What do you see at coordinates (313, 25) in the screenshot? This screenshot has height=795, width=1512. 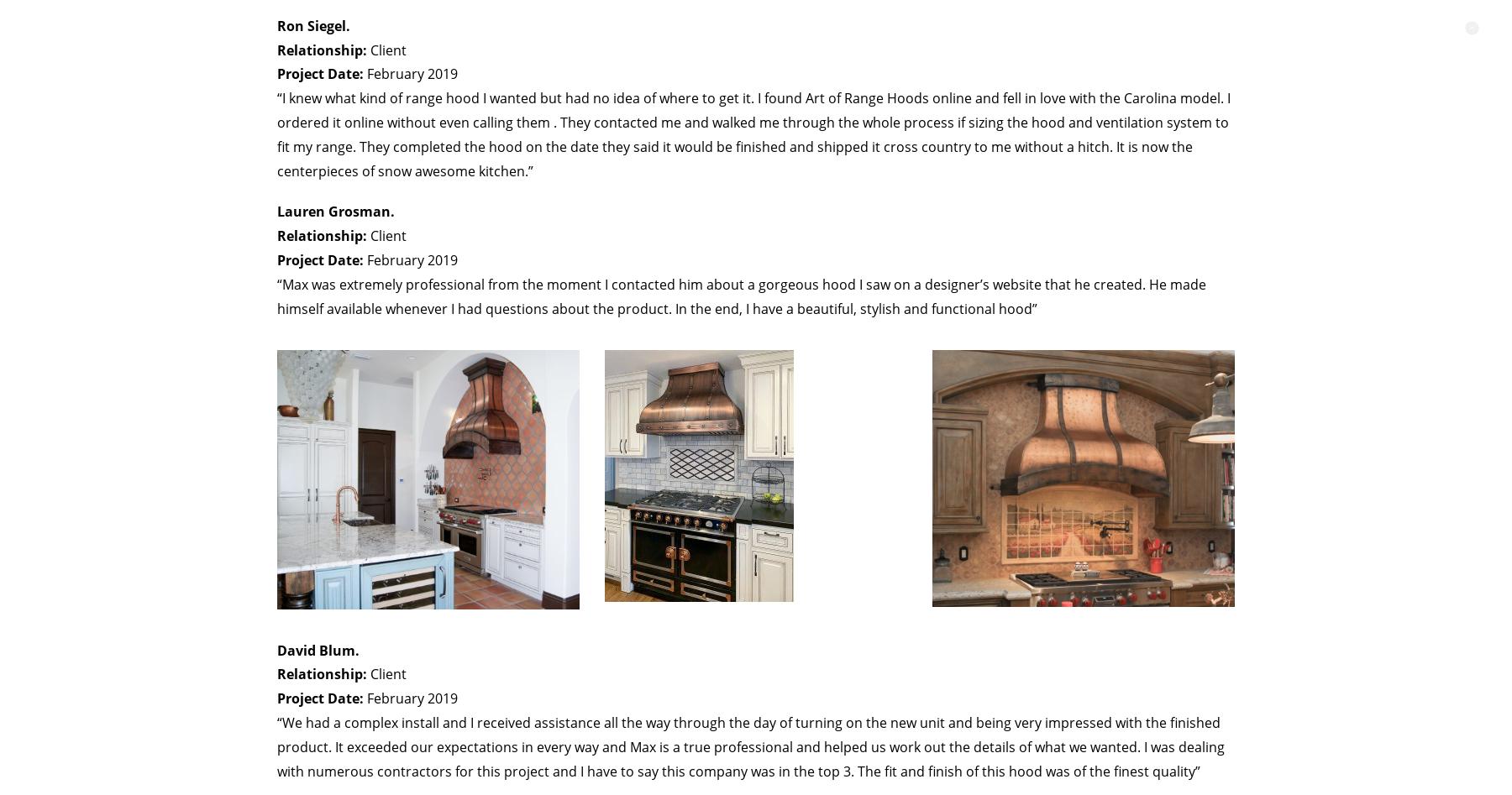 I see `'Ron Siegel.'` at bounding box center [313, 25].